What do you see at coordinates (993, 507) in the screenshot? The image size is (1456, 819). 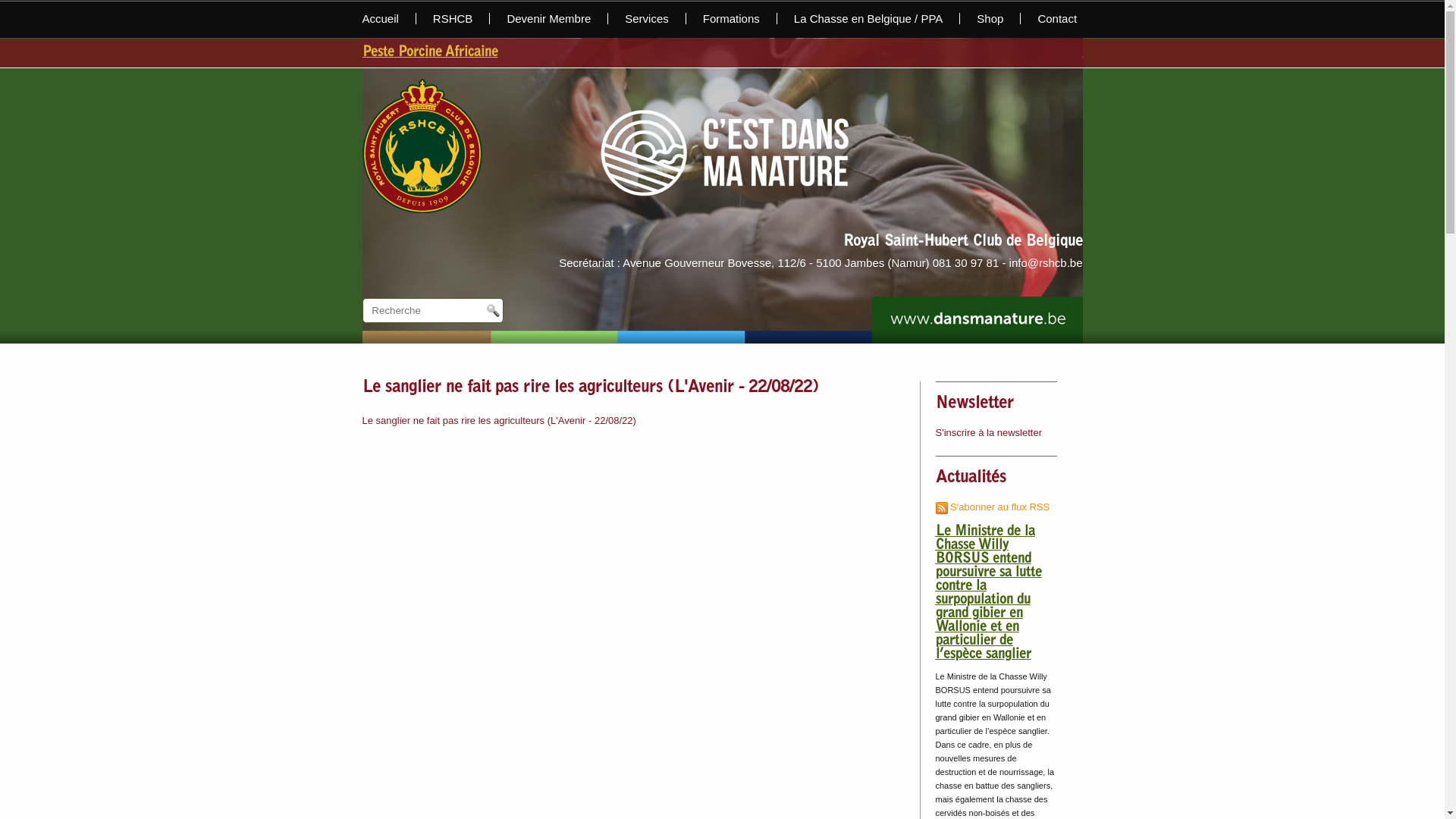 I see `'S'abonner au flux RSS'` at bounding box center [993, 507].